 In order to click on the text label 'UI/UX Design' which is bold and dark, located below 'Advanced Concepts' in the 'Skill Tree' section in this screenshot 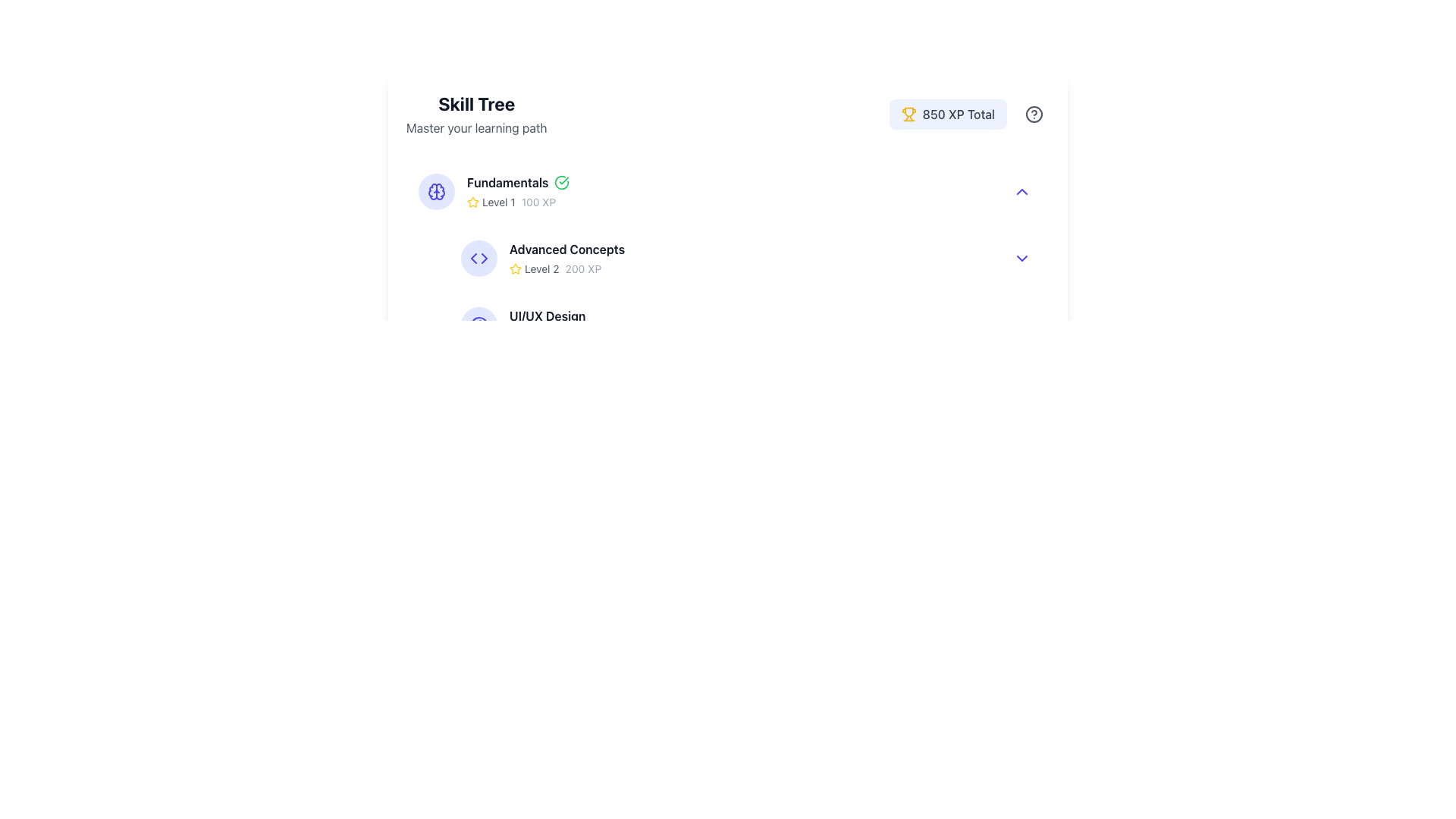, I will do `click(547, 315)`.